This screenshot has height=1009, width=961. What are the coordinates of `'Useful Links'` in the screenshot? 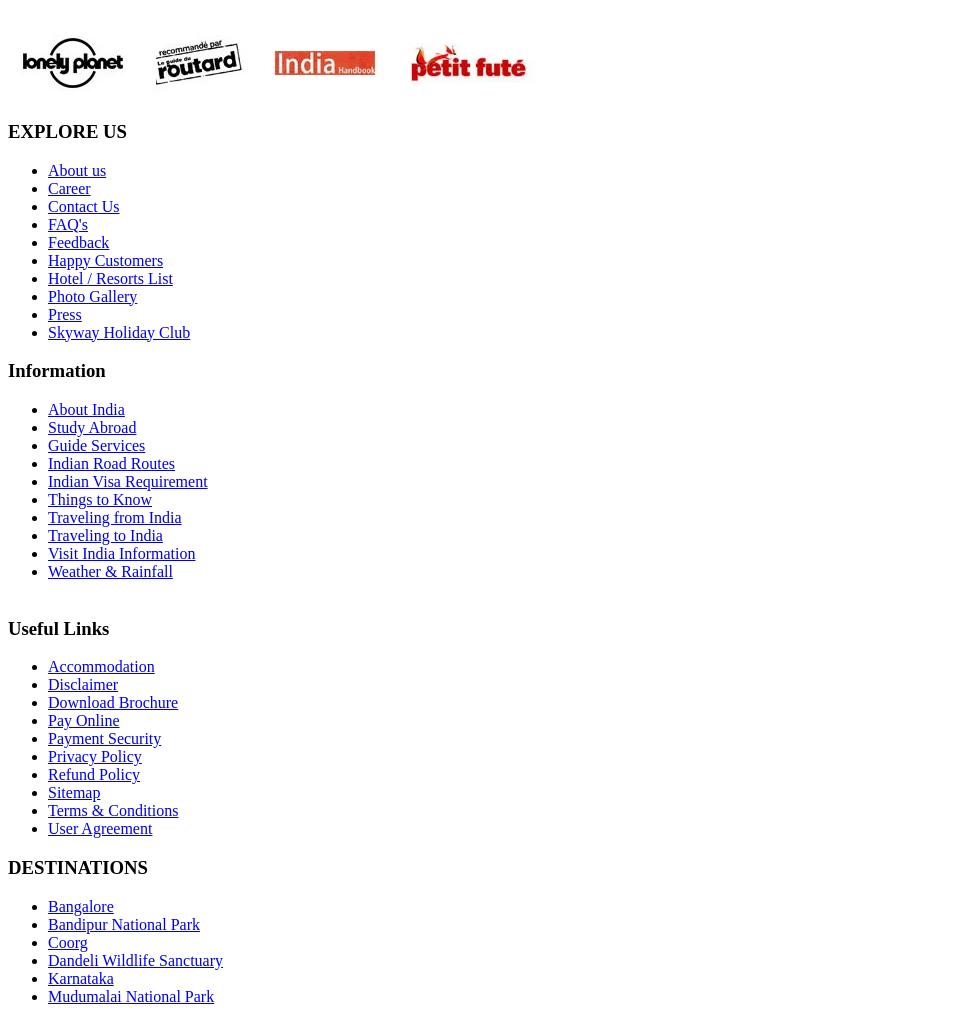 It's located at (58, 627).